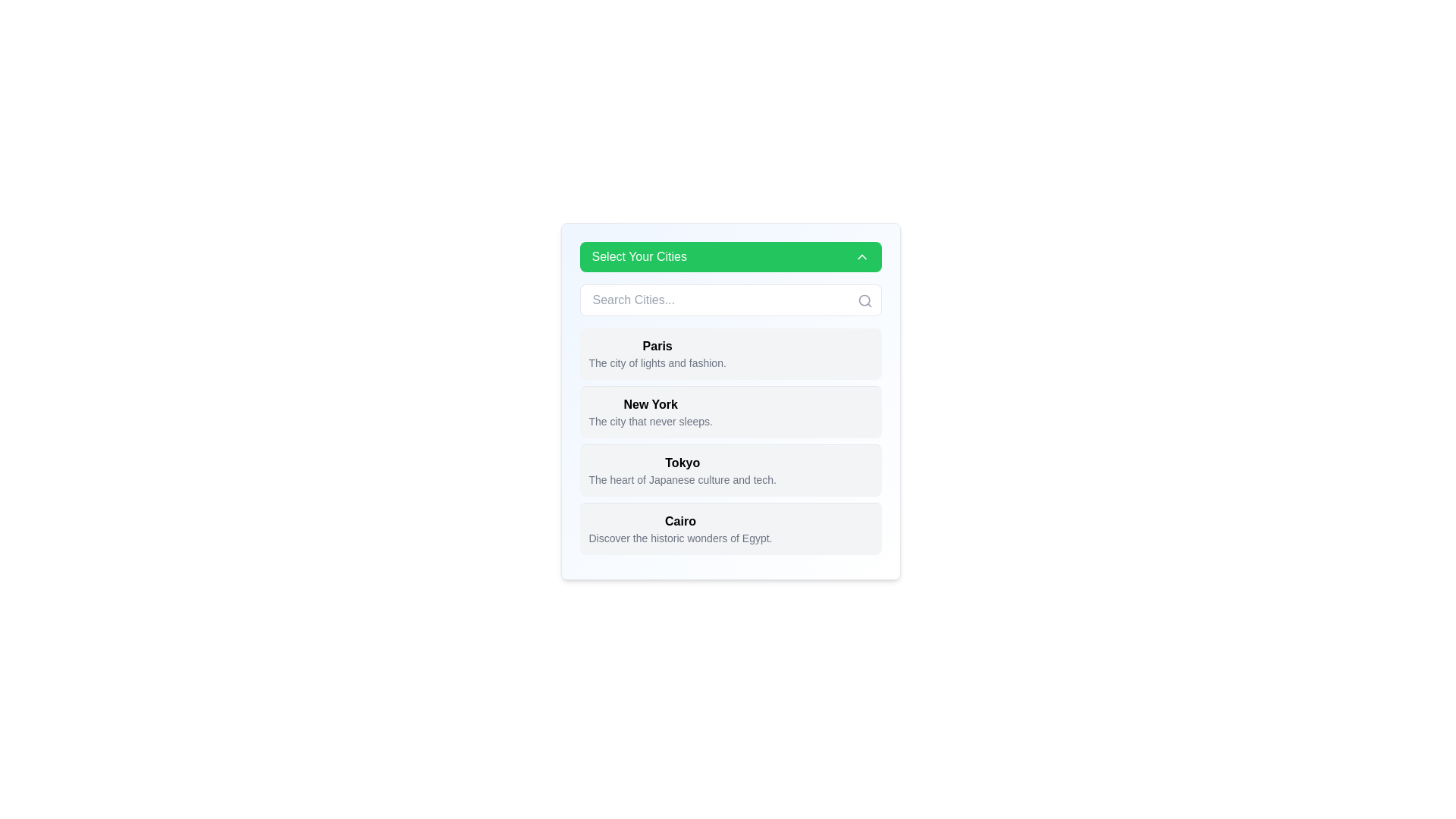 Image resolution: width=1456 pixels, height=819 pixels. I want to click on the second item in the list of cities, which is positioned between 'Paris' and 'Tokyo', so click(730, 412).